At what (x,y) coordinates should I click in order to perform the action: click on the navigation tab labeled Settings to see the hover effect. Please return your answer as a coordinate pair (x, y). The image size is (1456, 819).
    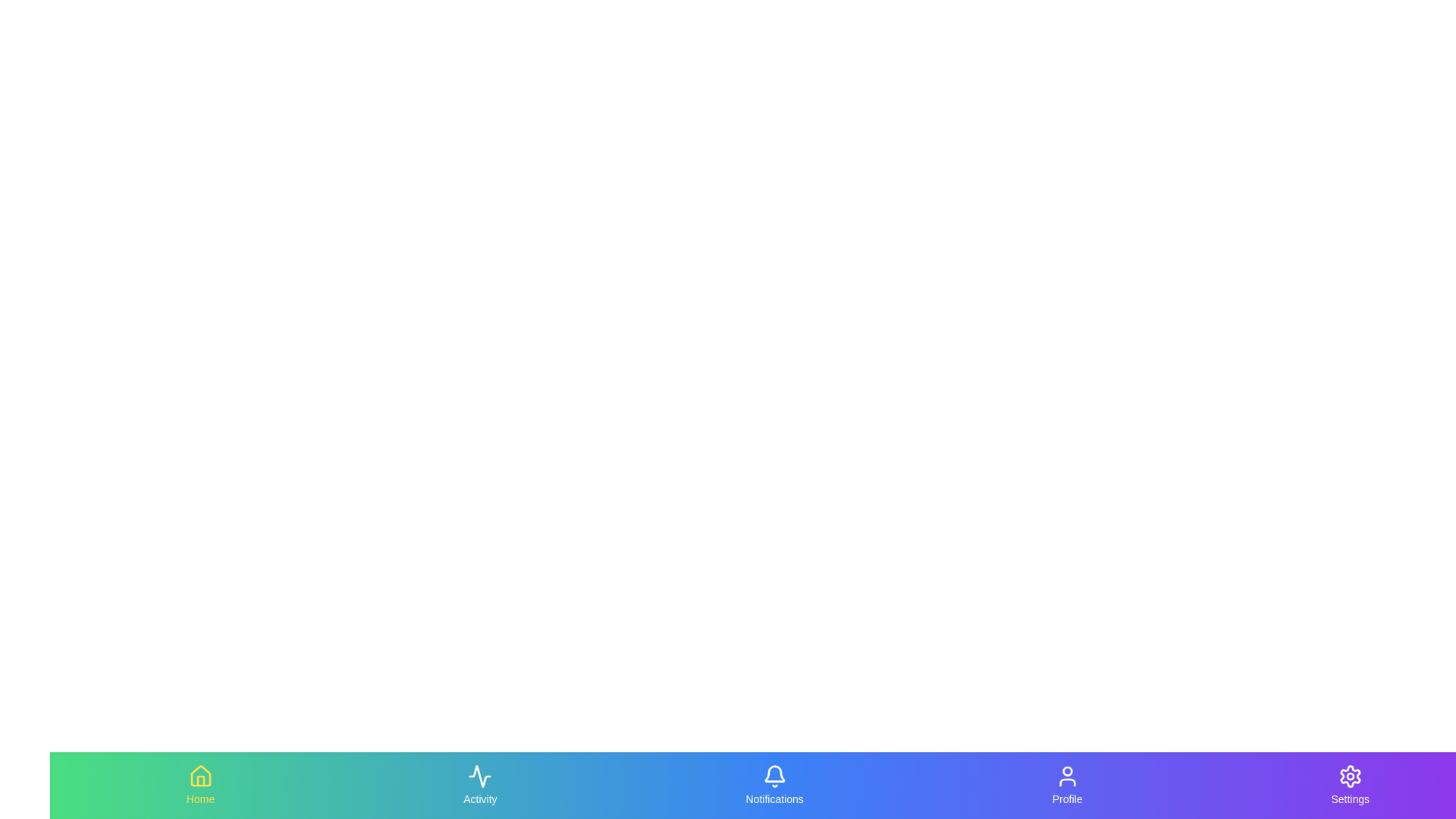
    Looking at the image, I should click on (1350, 785).